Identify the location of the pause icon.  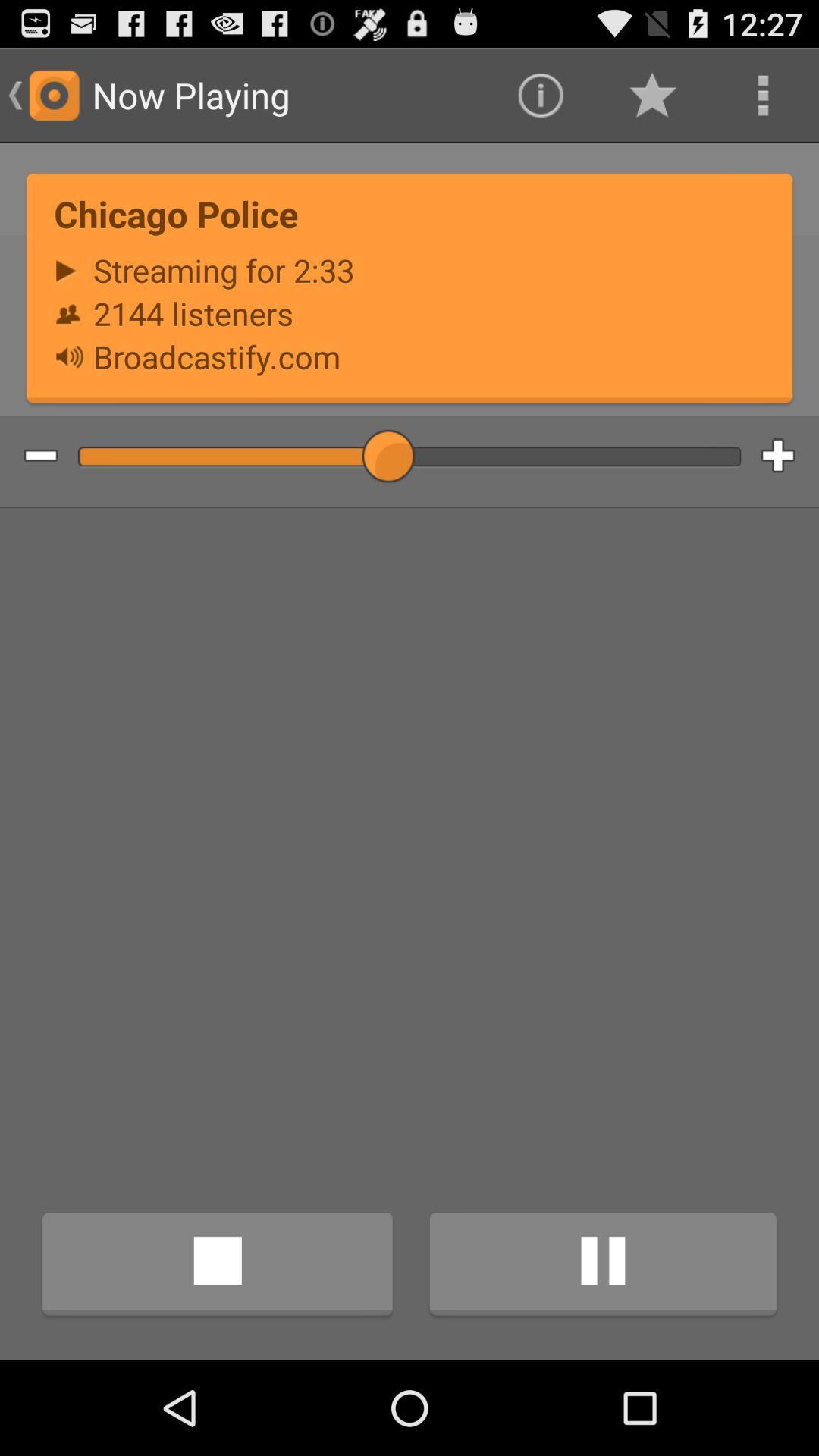
(602, 1355).